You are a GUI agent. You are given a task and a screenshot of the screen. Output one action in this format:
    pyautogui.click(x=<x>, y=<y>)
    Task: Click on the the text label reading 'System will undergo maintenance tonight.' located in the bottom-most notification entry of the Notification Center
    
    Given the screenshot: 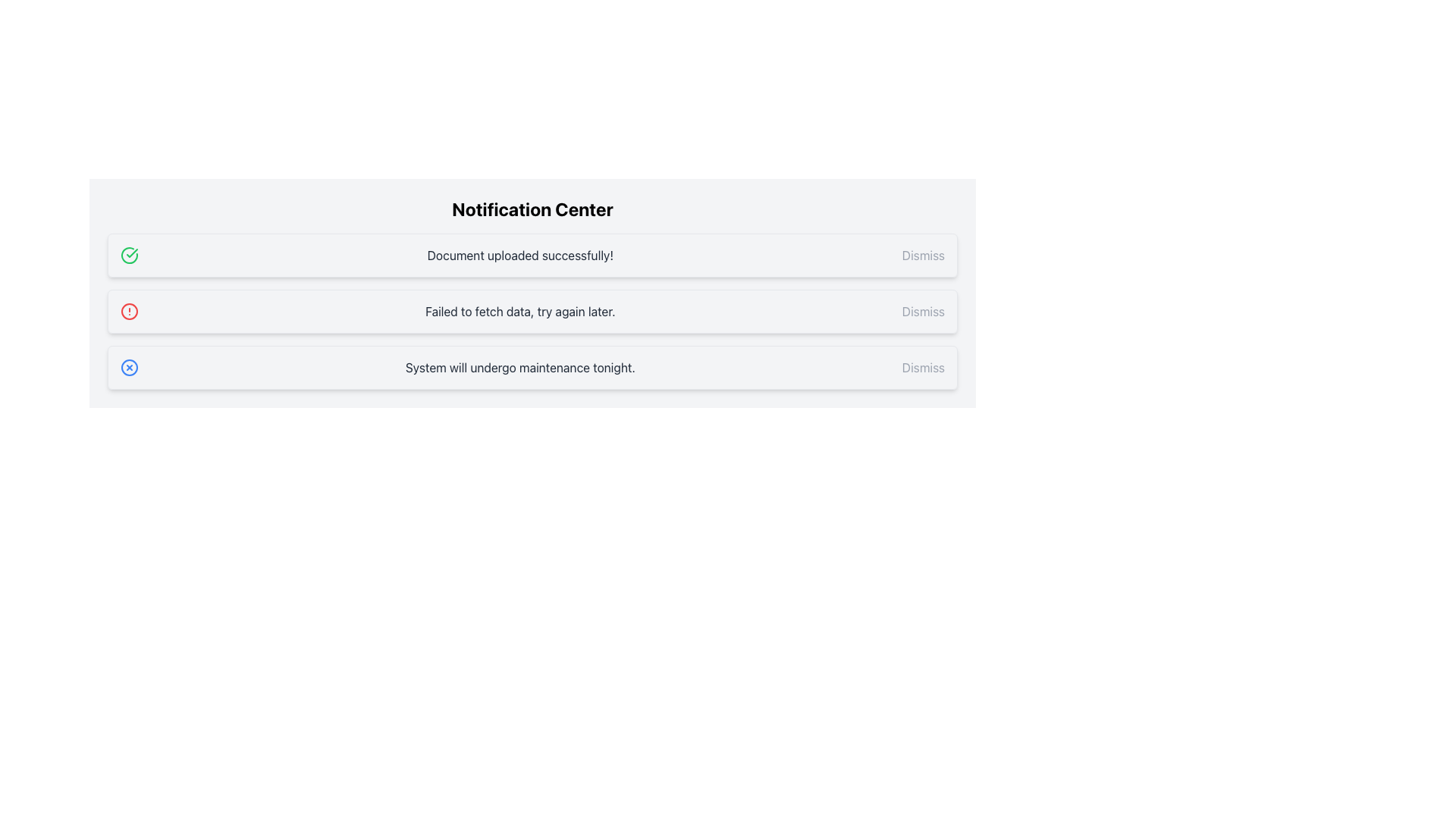 What is the action you would take?
    pyautogui.click(x=520, y=368)
    